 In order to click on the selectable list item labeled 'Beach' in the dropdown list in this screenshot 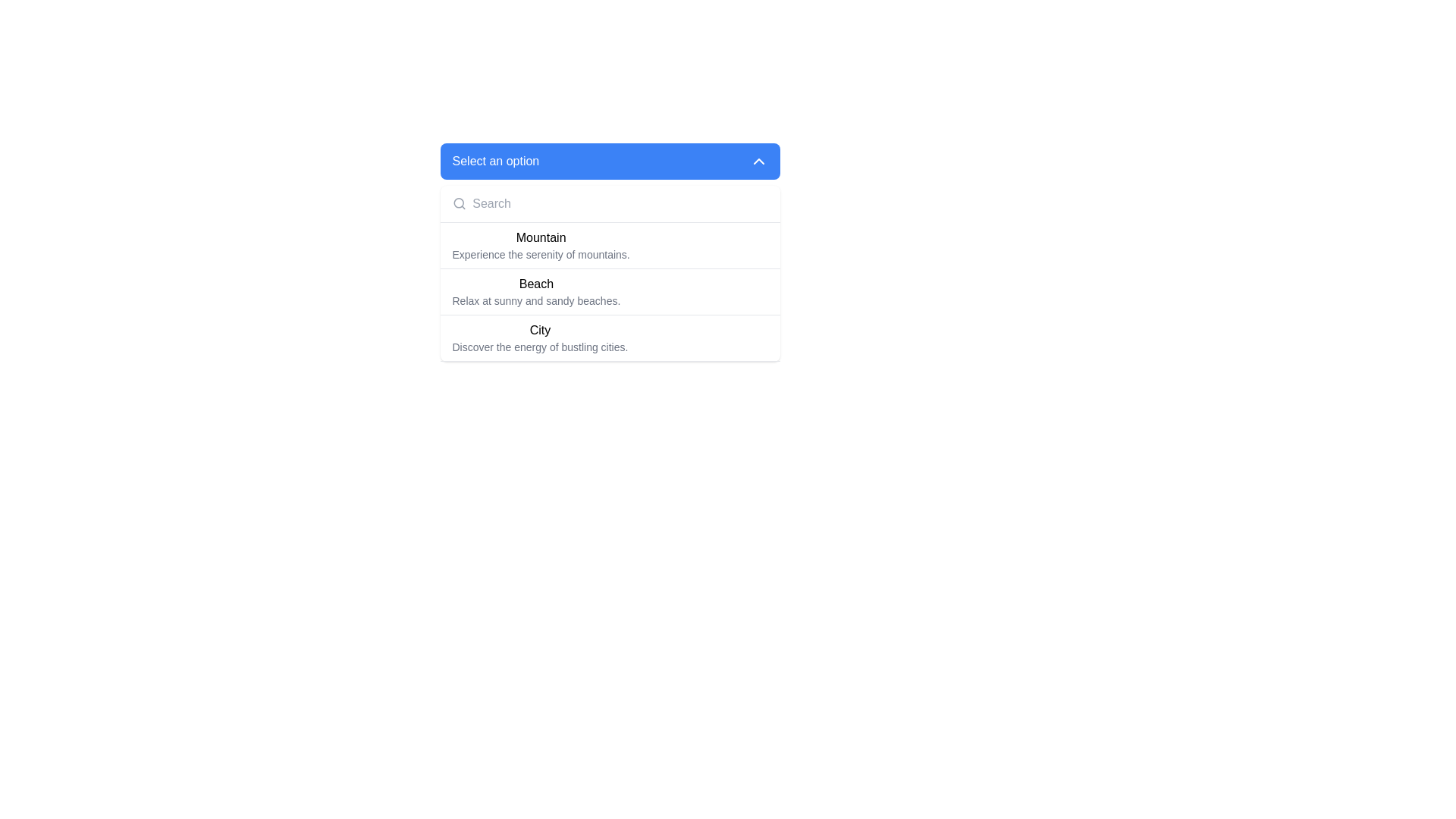, I will do `click(610, 292)`.